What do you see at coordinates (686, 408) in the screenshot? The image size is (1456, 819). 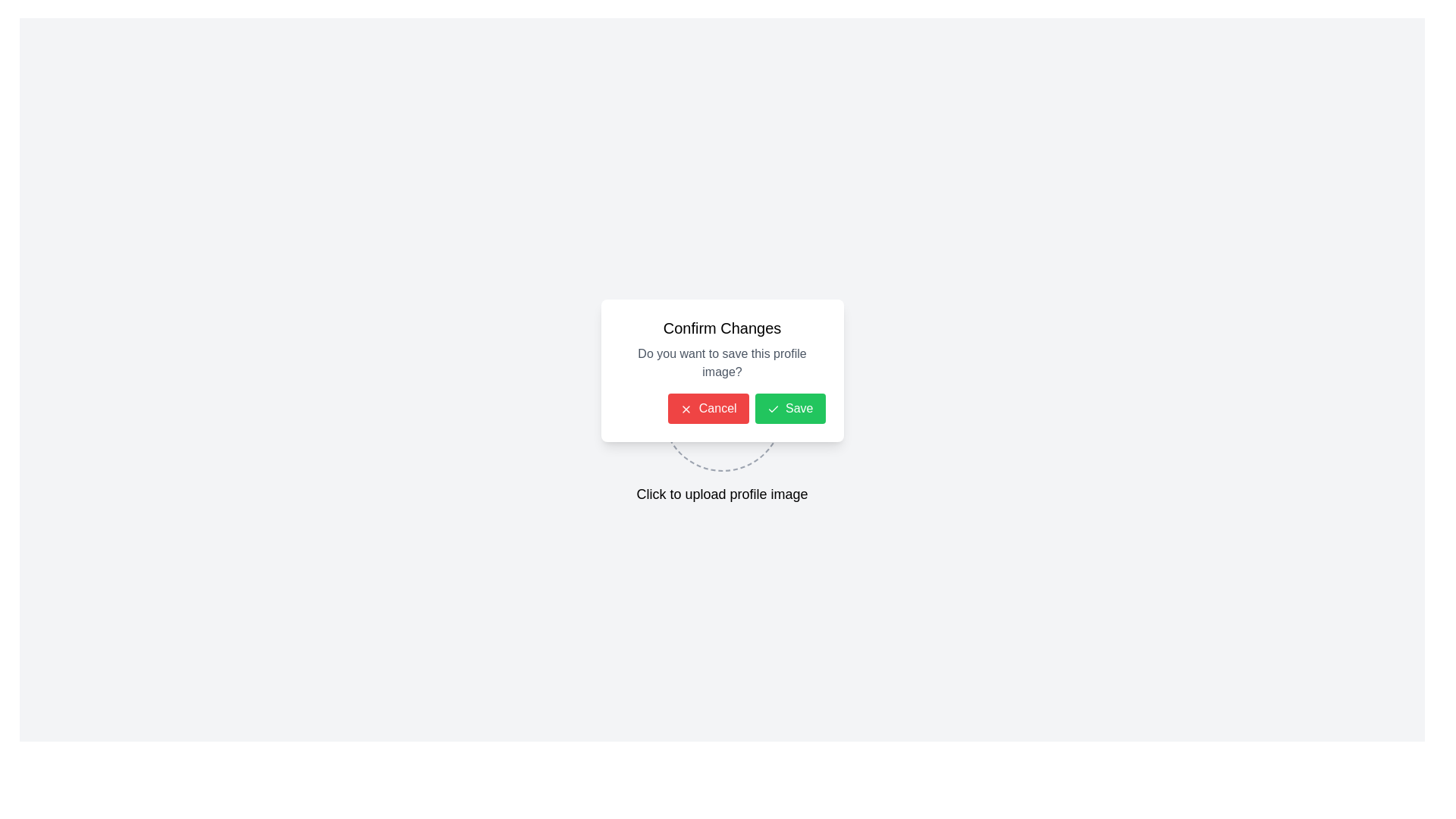 I see `the decorative cross icon within the 'Cancel' button, which is red and labeled with white text, positioned to the left of the green 'Save' button in the 'Confirm Changes' dialog` at bounding box center [686, 408].